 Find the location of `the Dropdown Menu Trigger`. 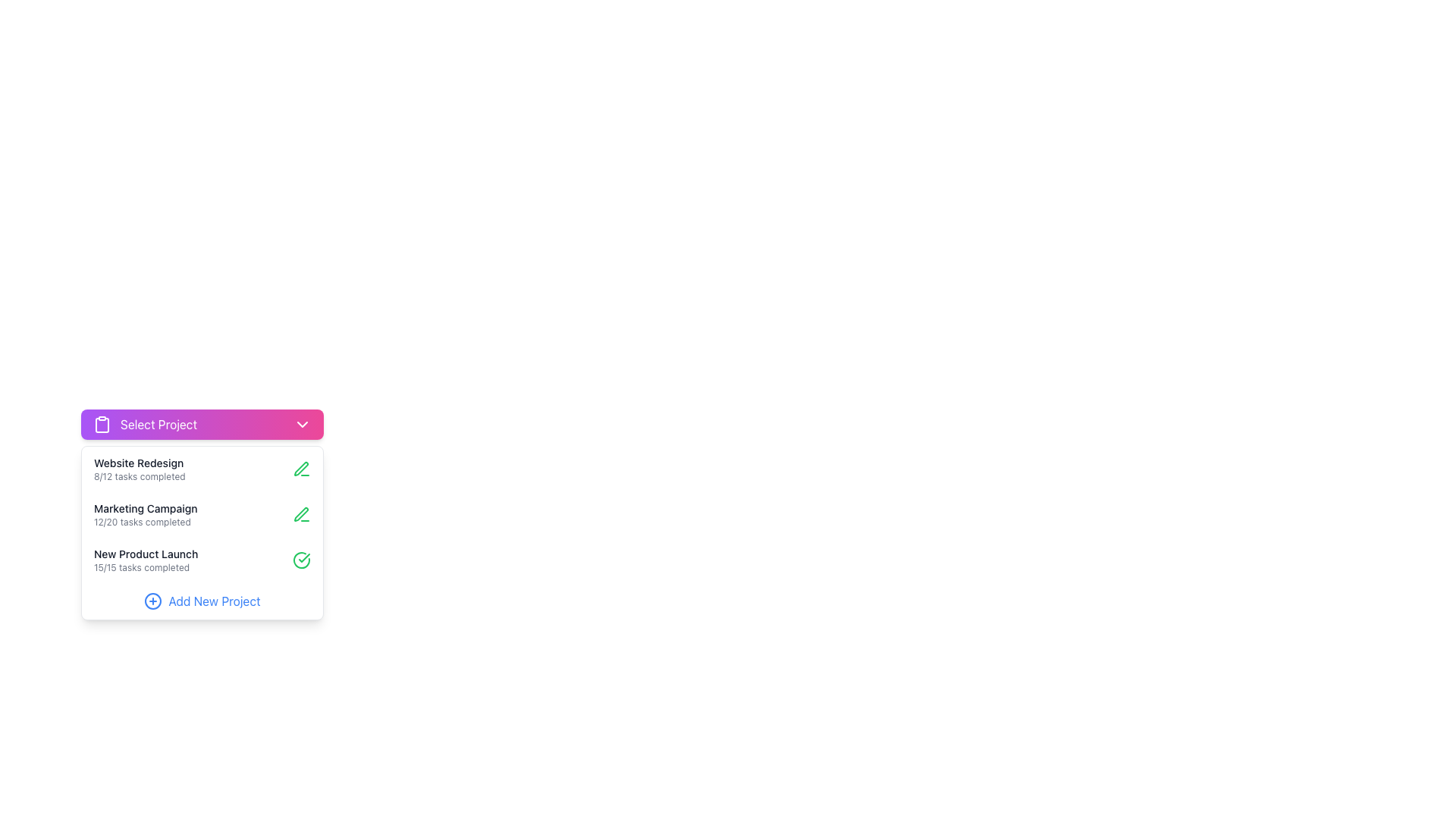

the Dropdown Menu Trigger is located at coordinates (202, 424).